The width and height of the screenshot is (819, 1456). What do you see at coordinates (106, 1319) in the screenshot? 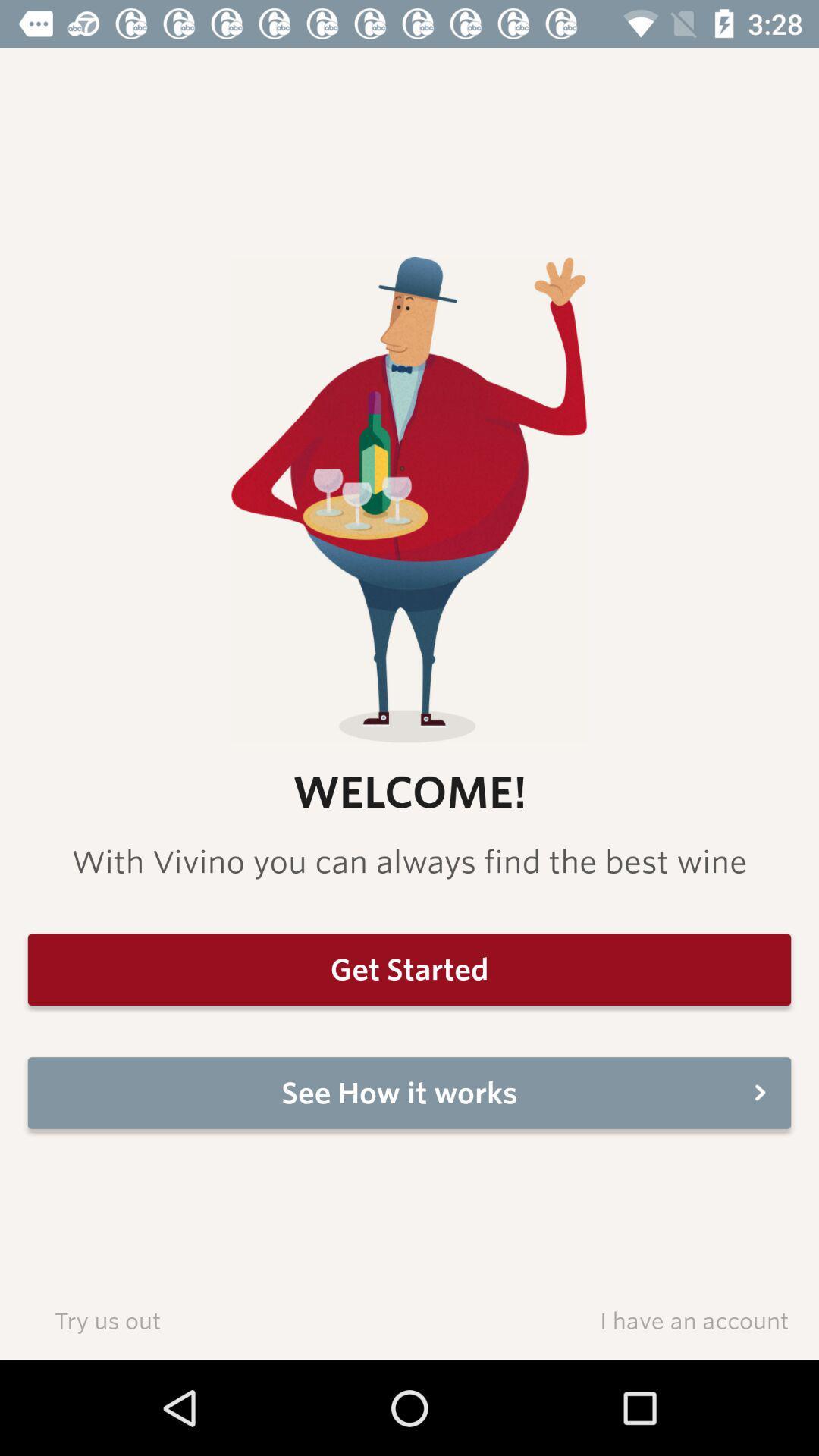
I see `item to the left of i have an item` at bounding box center [106, 1319].